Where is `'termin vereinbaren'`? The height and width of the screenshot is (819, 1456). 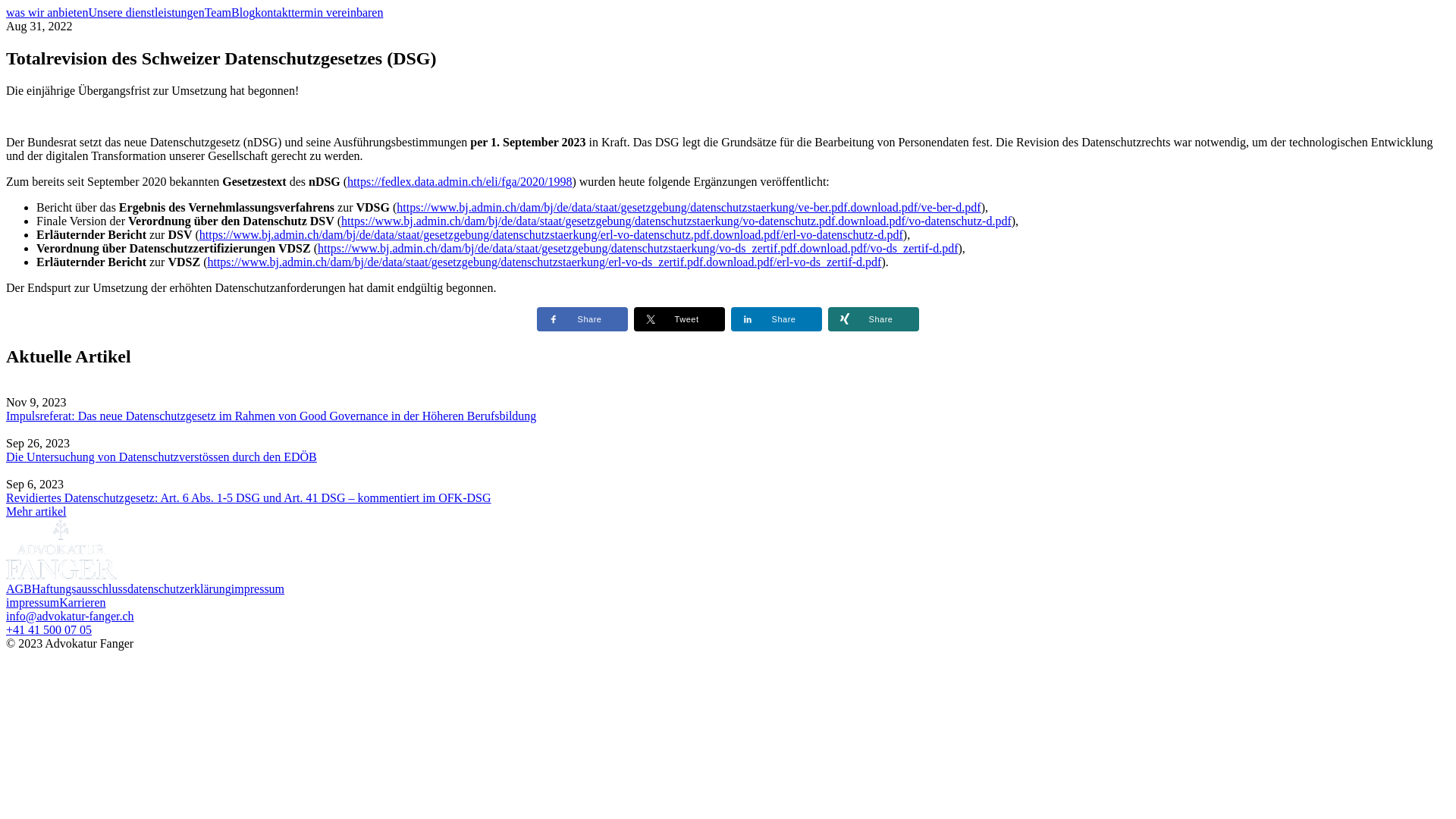 'termin vereinbaren' is located at coordinates (336, 12).